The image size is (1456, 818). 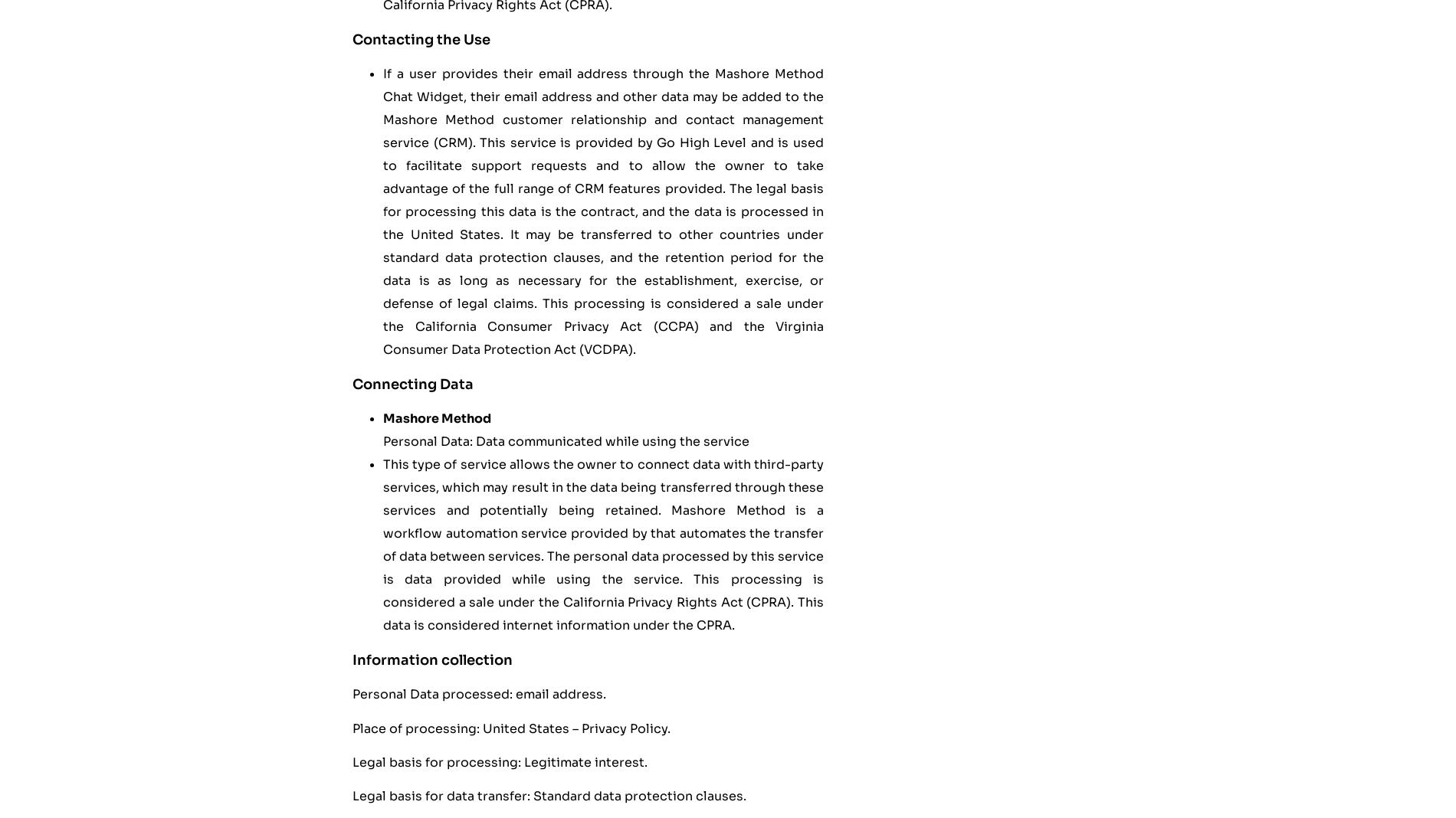 What do you see at coordinates (602, 545) in the screenshot?
I see `'This type of service allows the owner to connect data with third-party services, which may result in the data being transferred through these services and potentially being retained. Mashore Method is a workflow automation service provided by that automates the transfer of data between services. The personal data processed by this service is data provided while using the service. This processing is considered a sale under the California Privacy Rights Act (CPRA). This data is considered internet information under the CPRA.'` at bounding box center [602, 545].